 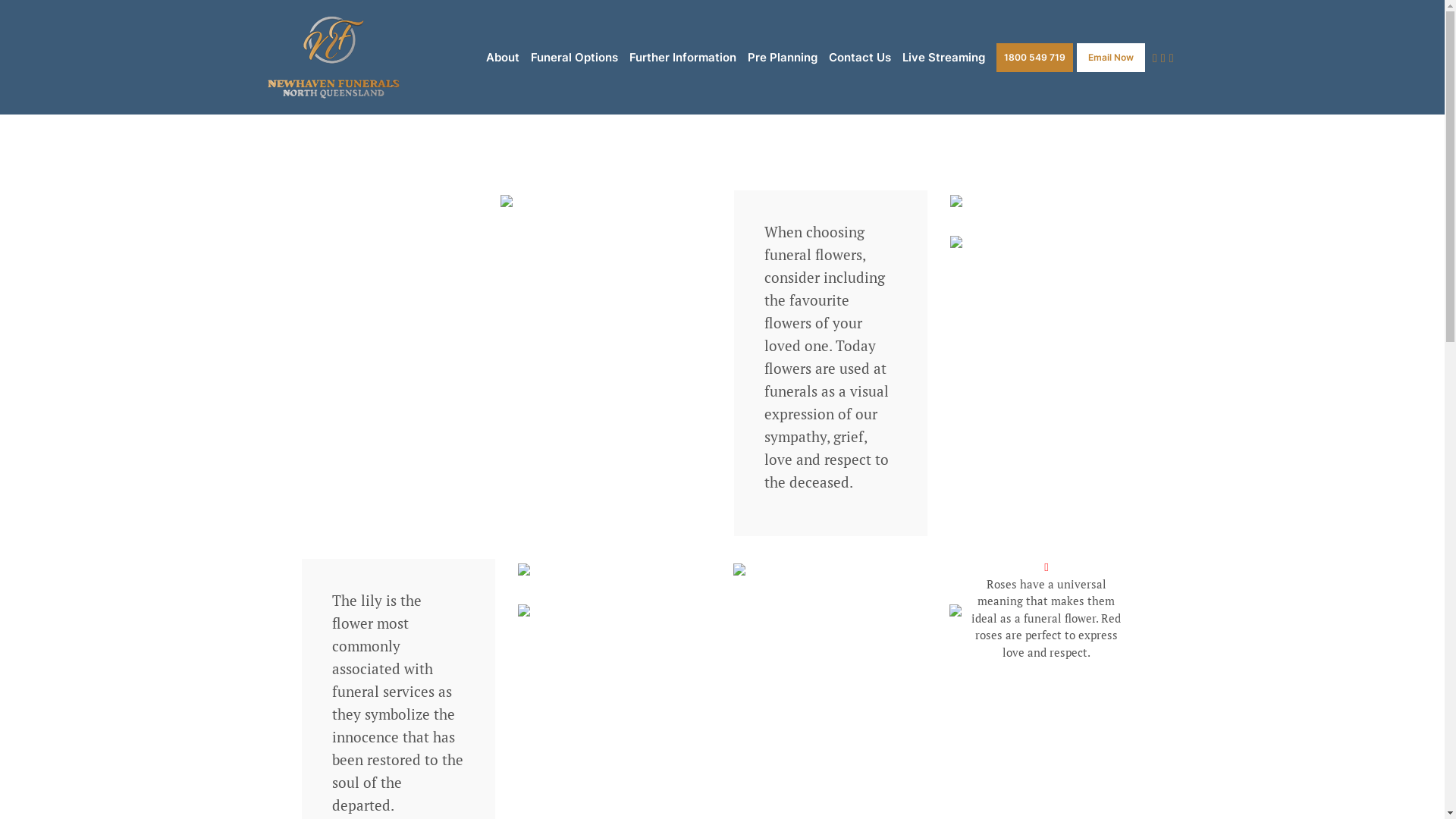 I want to click on 'Funeral Options', so click(x=573, y=57).